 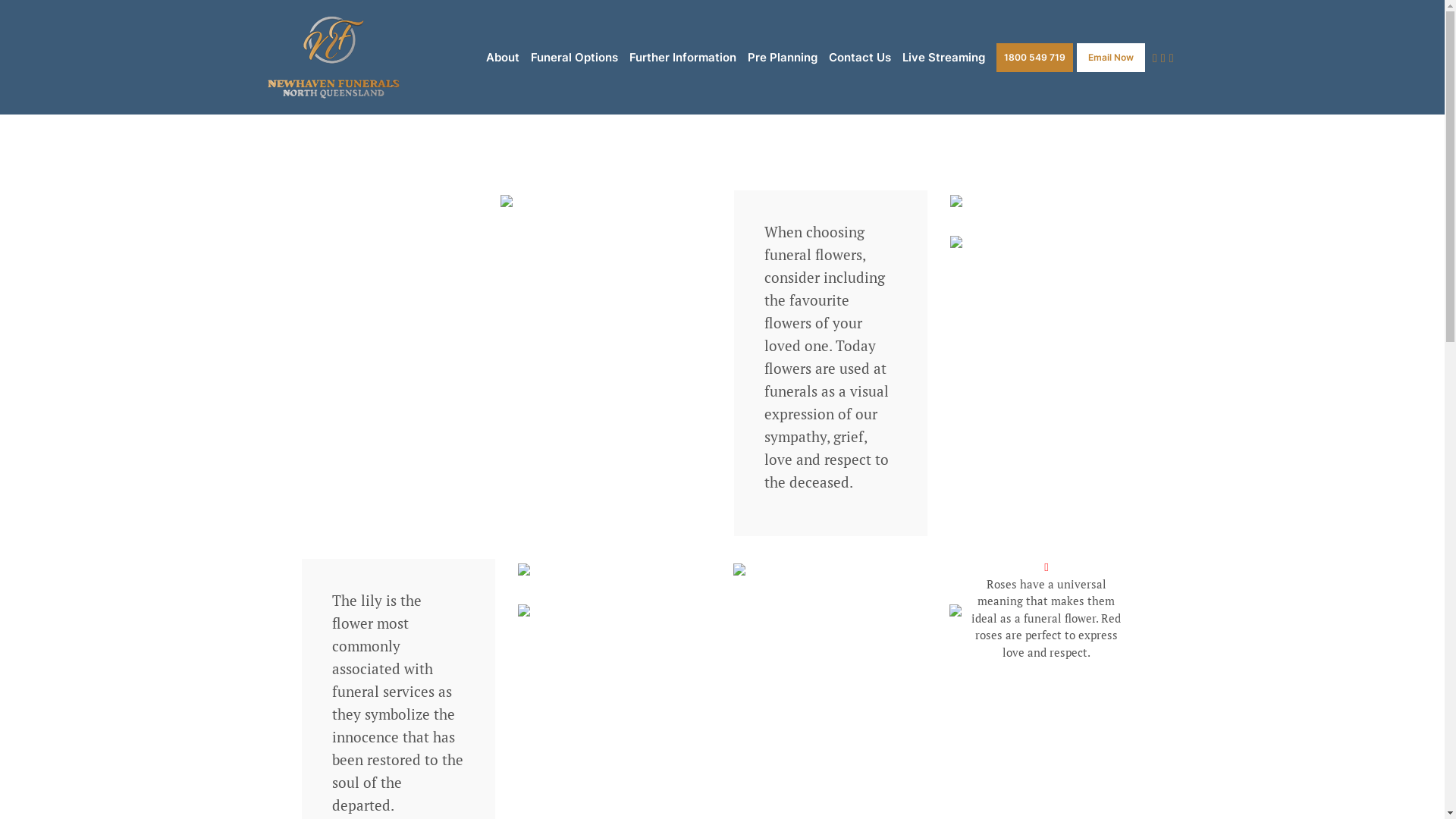 I want to click on 'Funeral Options', so click(x=573, y=57).